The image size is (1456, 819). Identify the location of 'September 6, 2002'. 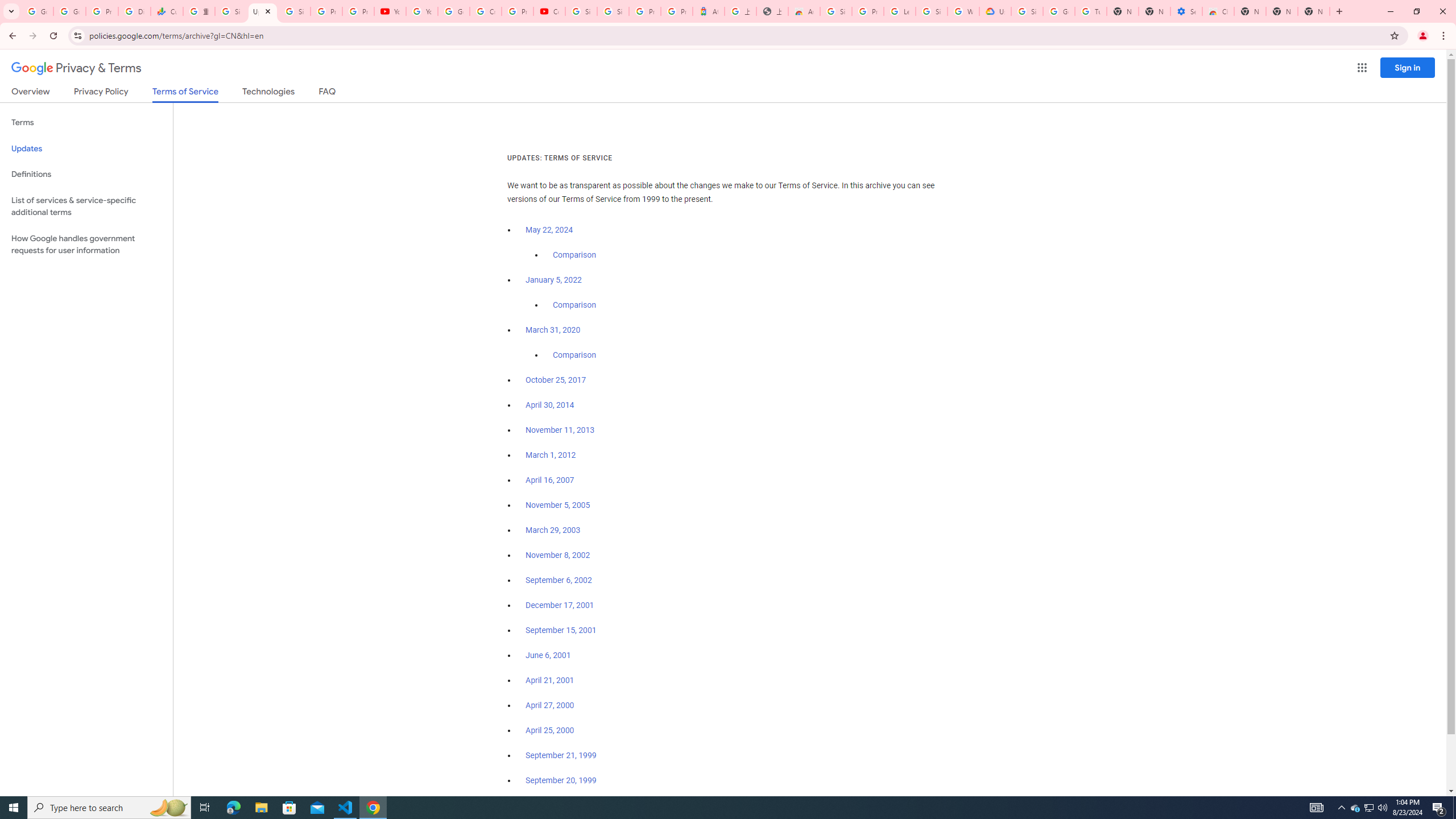
(559, 580).